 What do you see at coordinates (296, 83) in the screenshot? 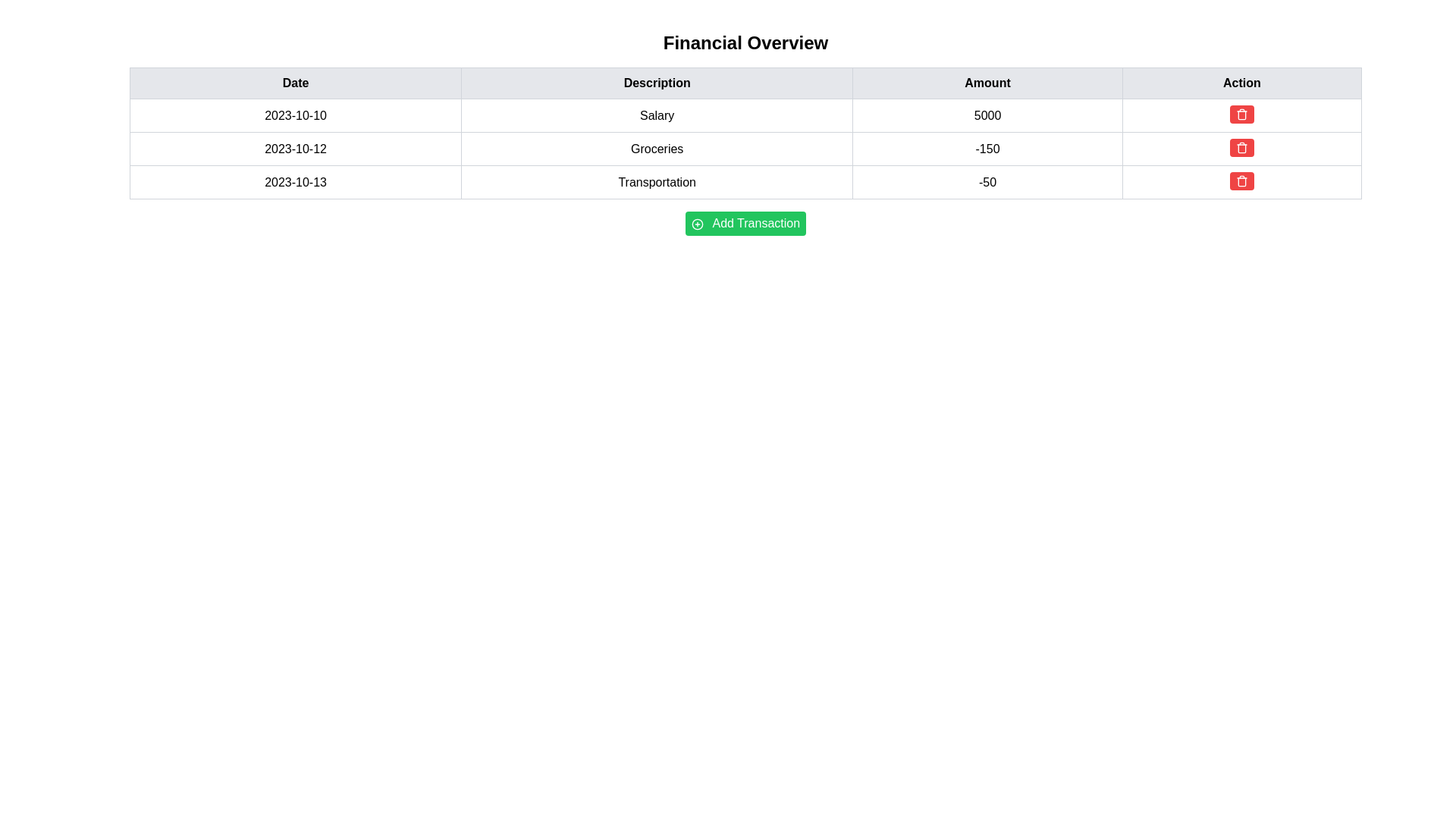
I see `the 'Date' header element, which displays the word 'Date' in bold within a light gray background, serving as the first column header in a table layout` at bounding box center [296, 83].